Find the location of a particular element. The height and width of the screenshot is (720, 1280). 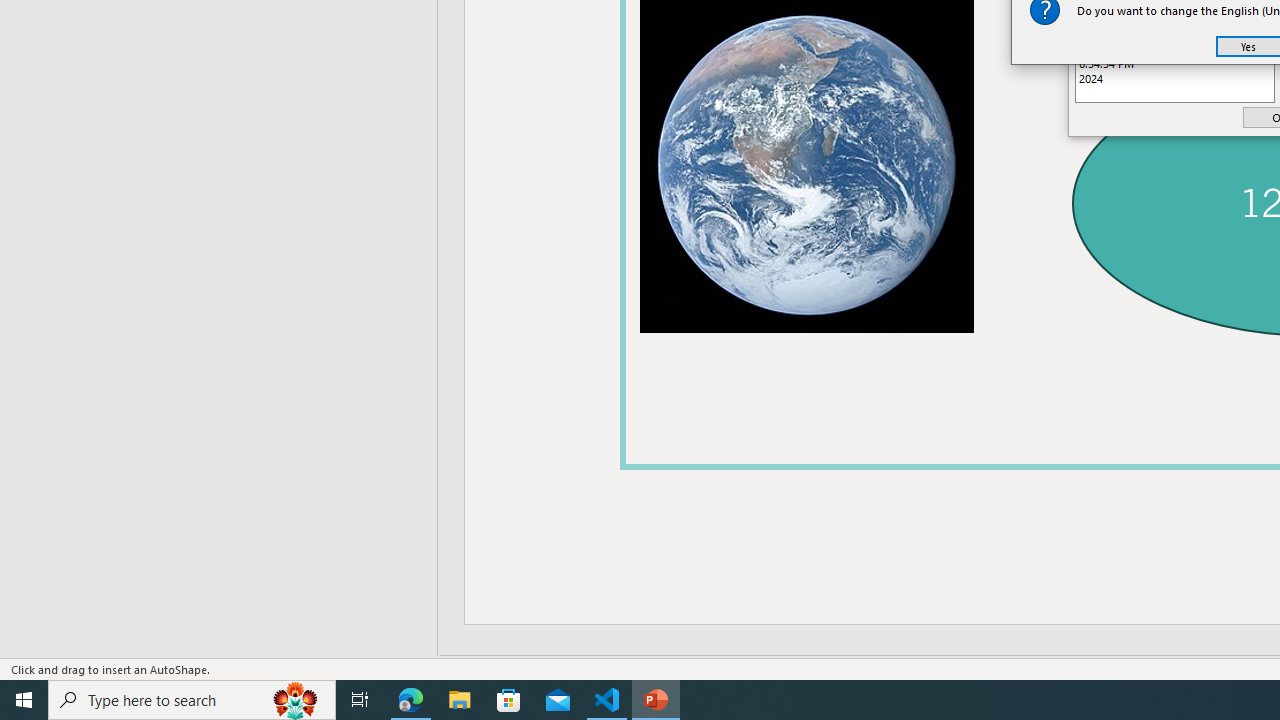

'Type here to search' is located at coordinates (192, 698).